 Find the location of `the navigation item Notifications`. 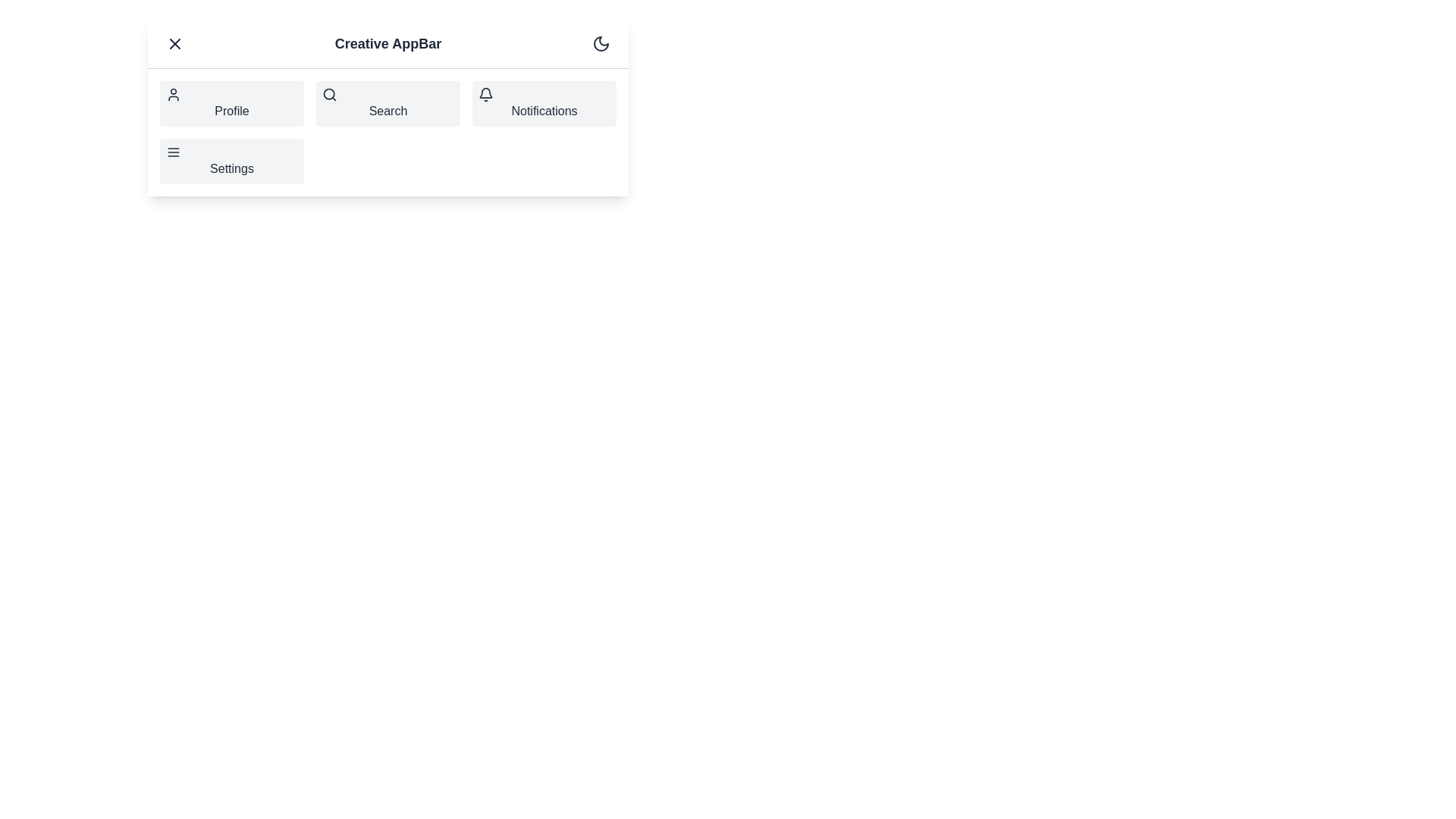

the navigation item Notifications is located at coordinates (544, 103).